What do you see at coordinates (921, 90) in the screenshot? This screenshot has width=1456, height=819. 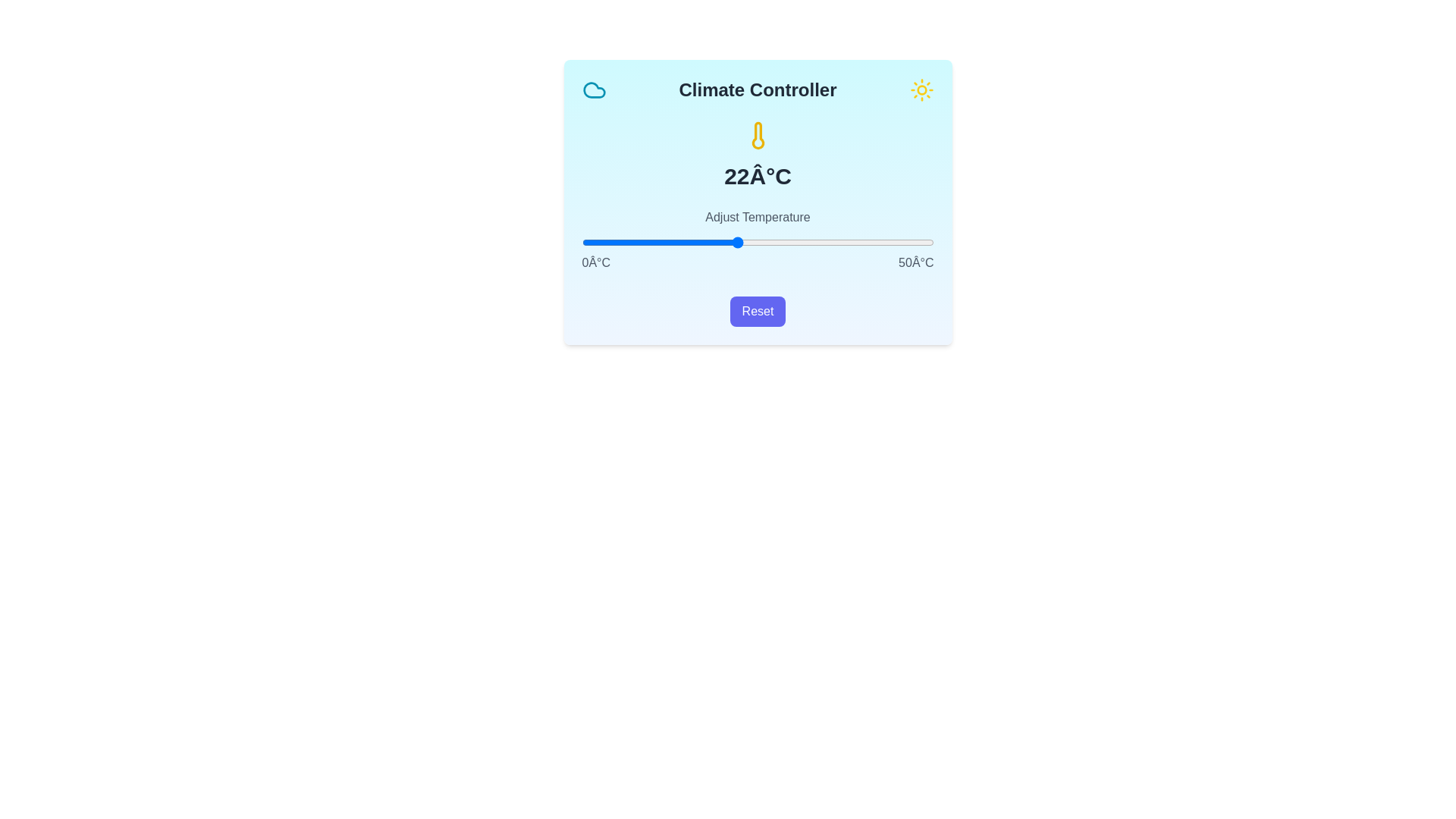 I see `the sun icon in the header` at bounding box center [921, 90].